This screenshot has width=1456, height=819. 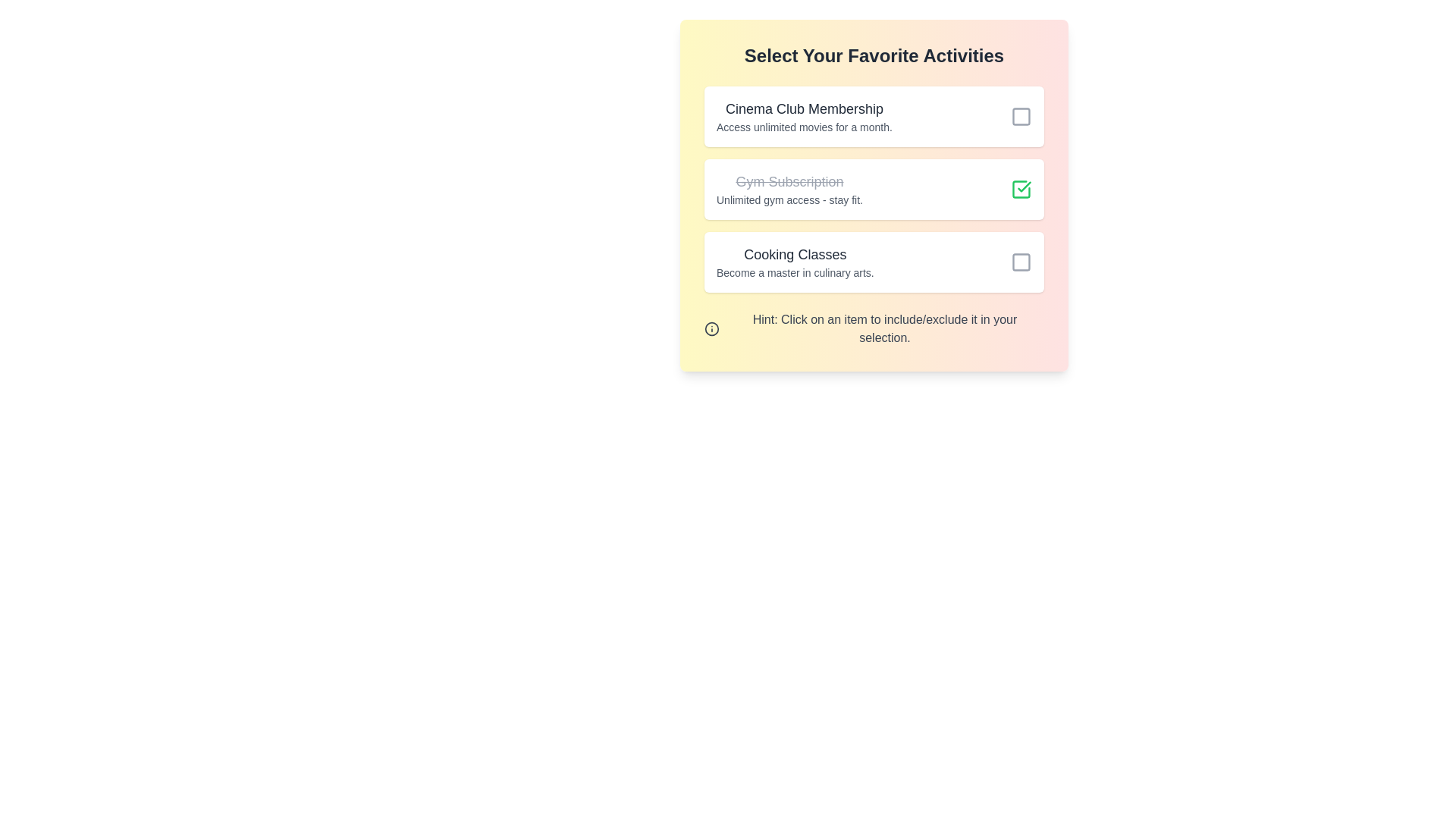 What do you see at coordinates (794, 271) in the screenshot?
I see `the text element displaying 'Become a master in culinary arts.' located below the 'Cooking Classes' heading` at bounding box center [794, 271].